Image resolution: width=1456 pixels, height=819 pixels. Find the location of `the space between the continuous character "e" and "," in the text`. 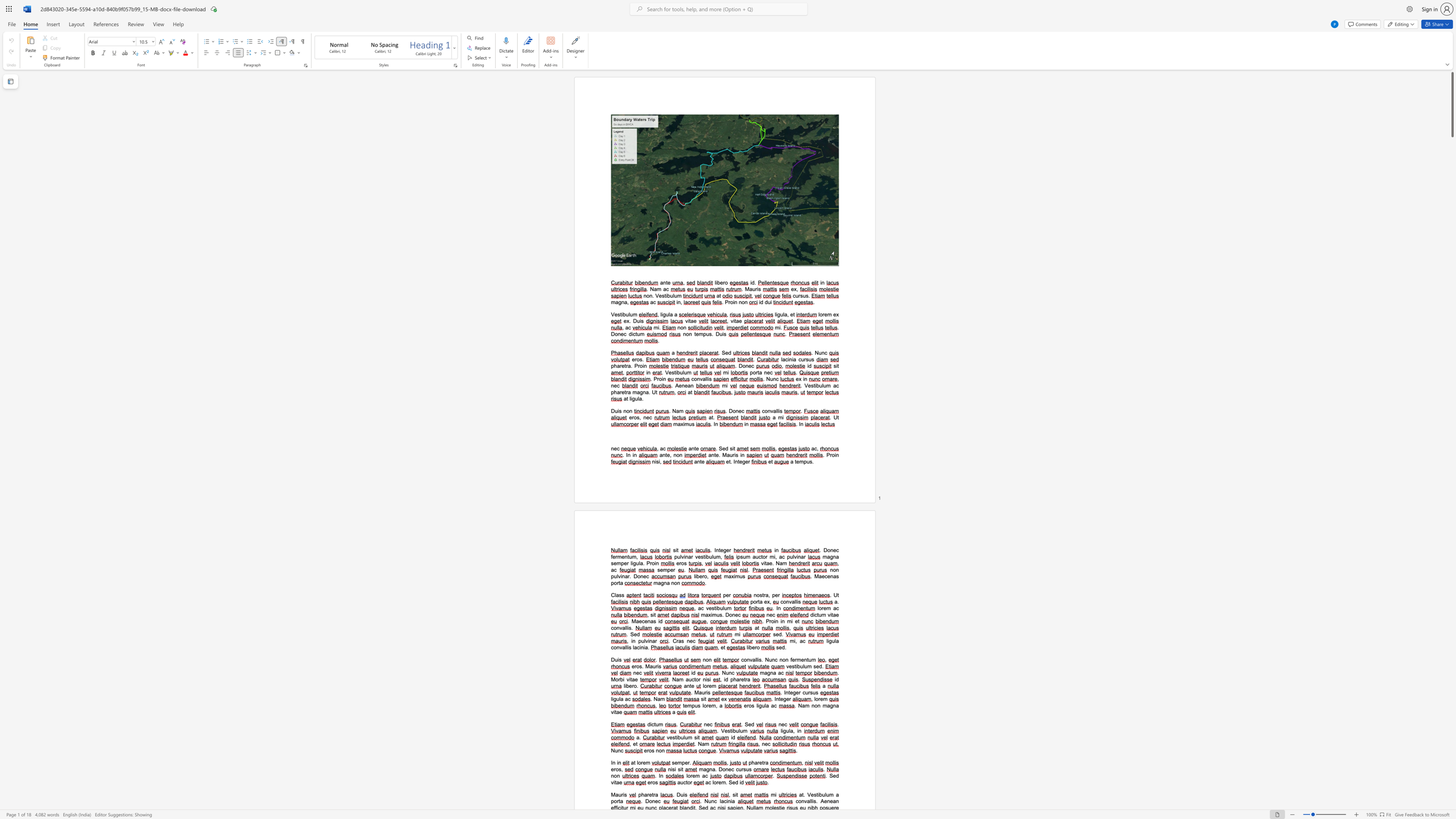

the space between the continuous character "e" and "," in the text is located at coordinates (669, 455).